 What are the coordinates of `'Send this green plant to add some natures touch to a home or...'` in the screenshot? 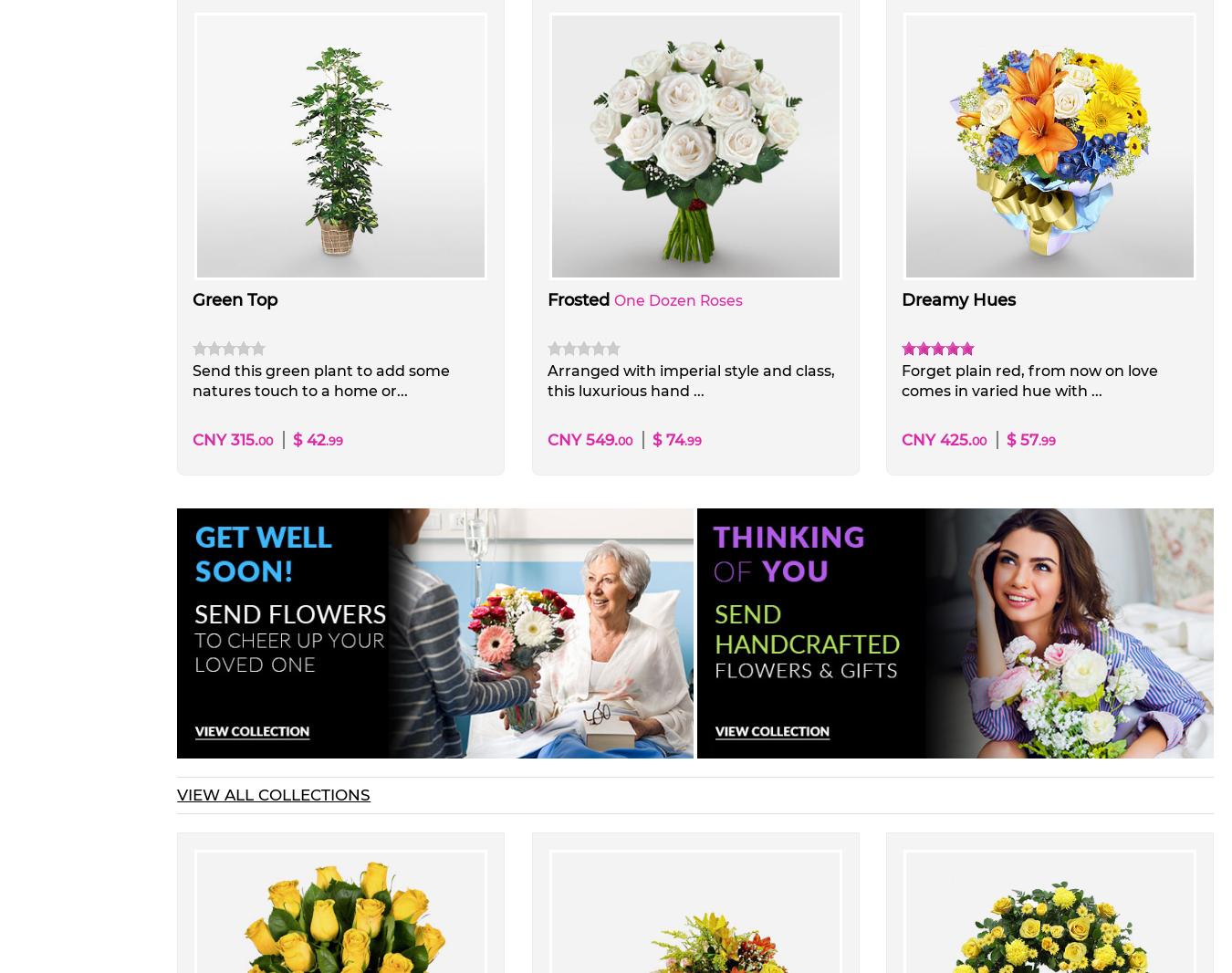 It's located at (193, 381).